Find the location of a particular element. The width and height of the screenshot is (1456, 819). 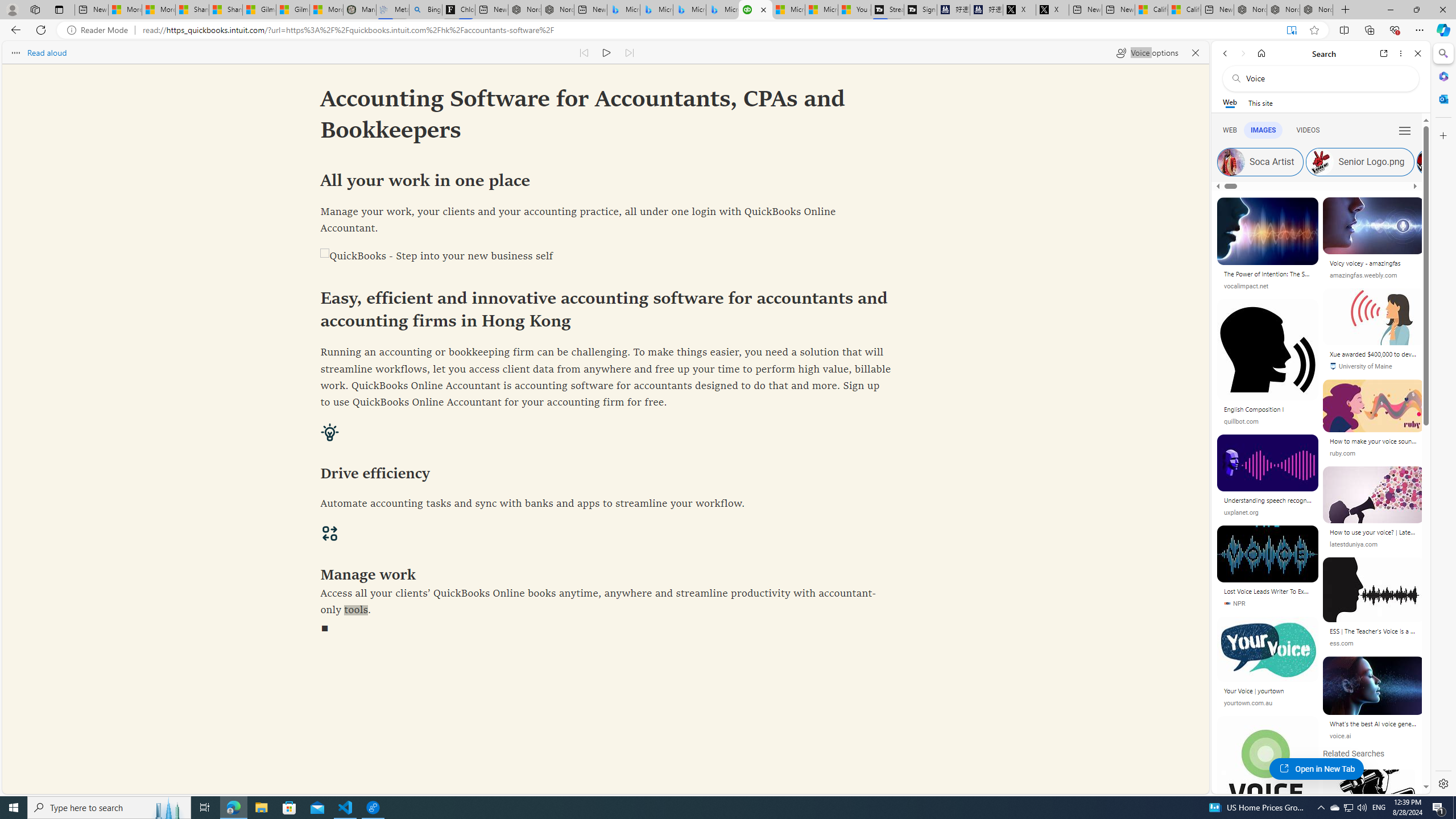

'VIDEOS' is located at coordinates (1308, 130).